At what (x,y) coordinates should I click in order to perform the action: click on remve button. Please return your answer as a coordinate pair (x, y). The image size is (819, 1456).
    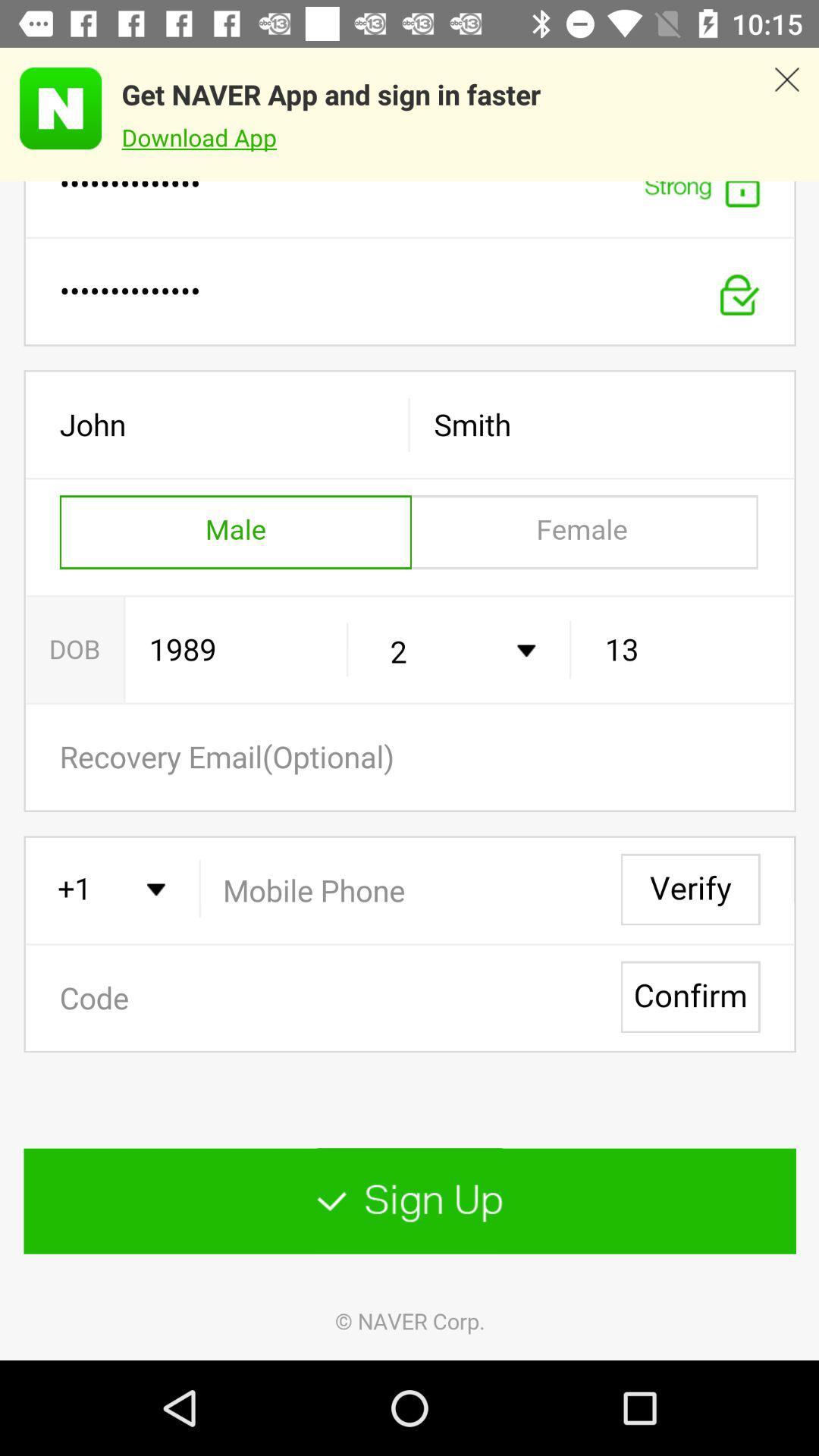
    Looking at the image, I should click on (786, 114).